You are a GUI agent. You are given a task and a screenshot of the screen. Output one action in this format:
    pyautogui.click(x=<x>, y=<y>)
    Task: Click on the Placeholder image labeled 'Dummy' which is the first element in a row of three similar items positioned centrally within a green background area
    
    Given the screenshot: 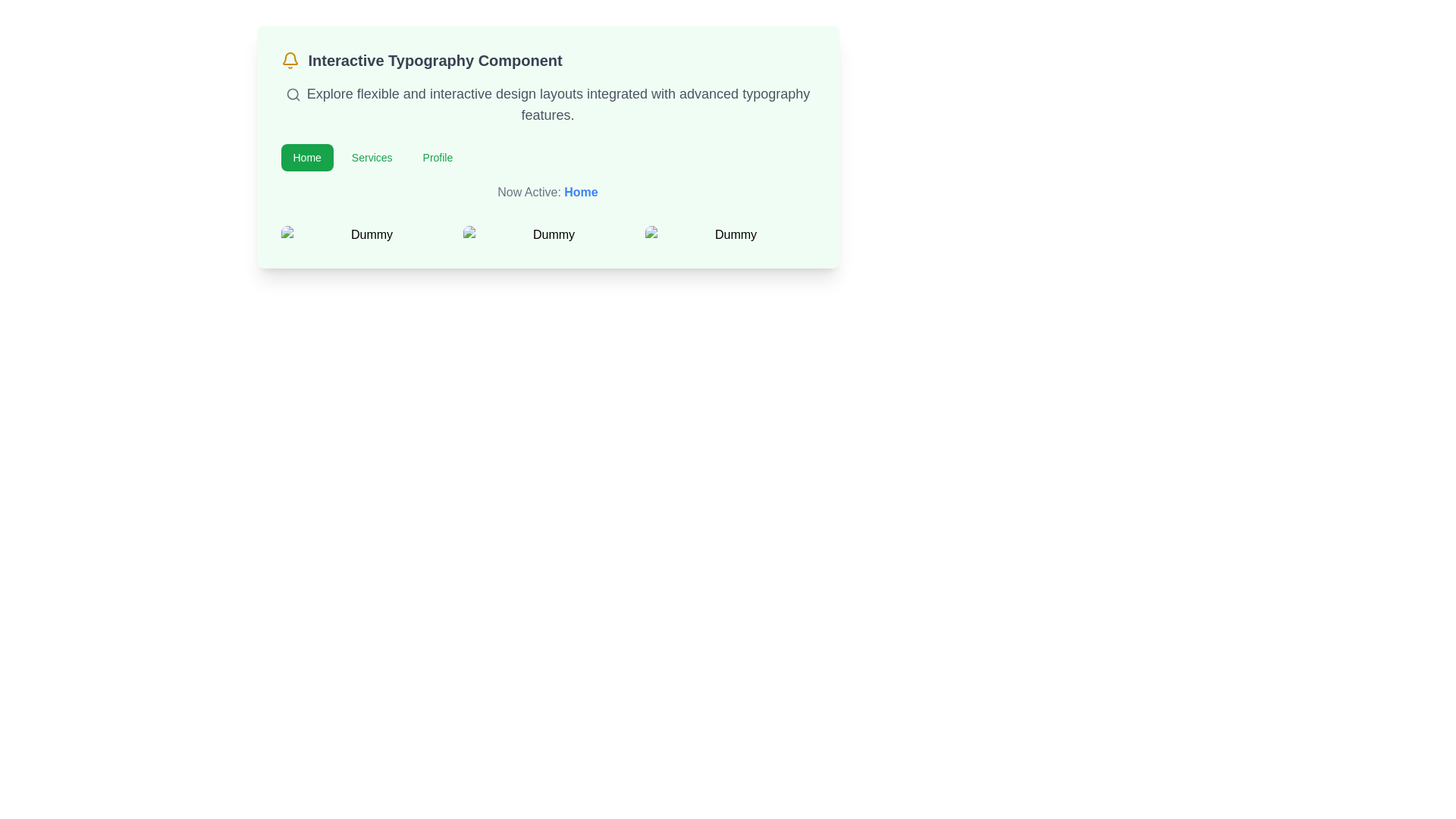 What is the action you would take?
    pyautogui.click(x=366, y=234)
    